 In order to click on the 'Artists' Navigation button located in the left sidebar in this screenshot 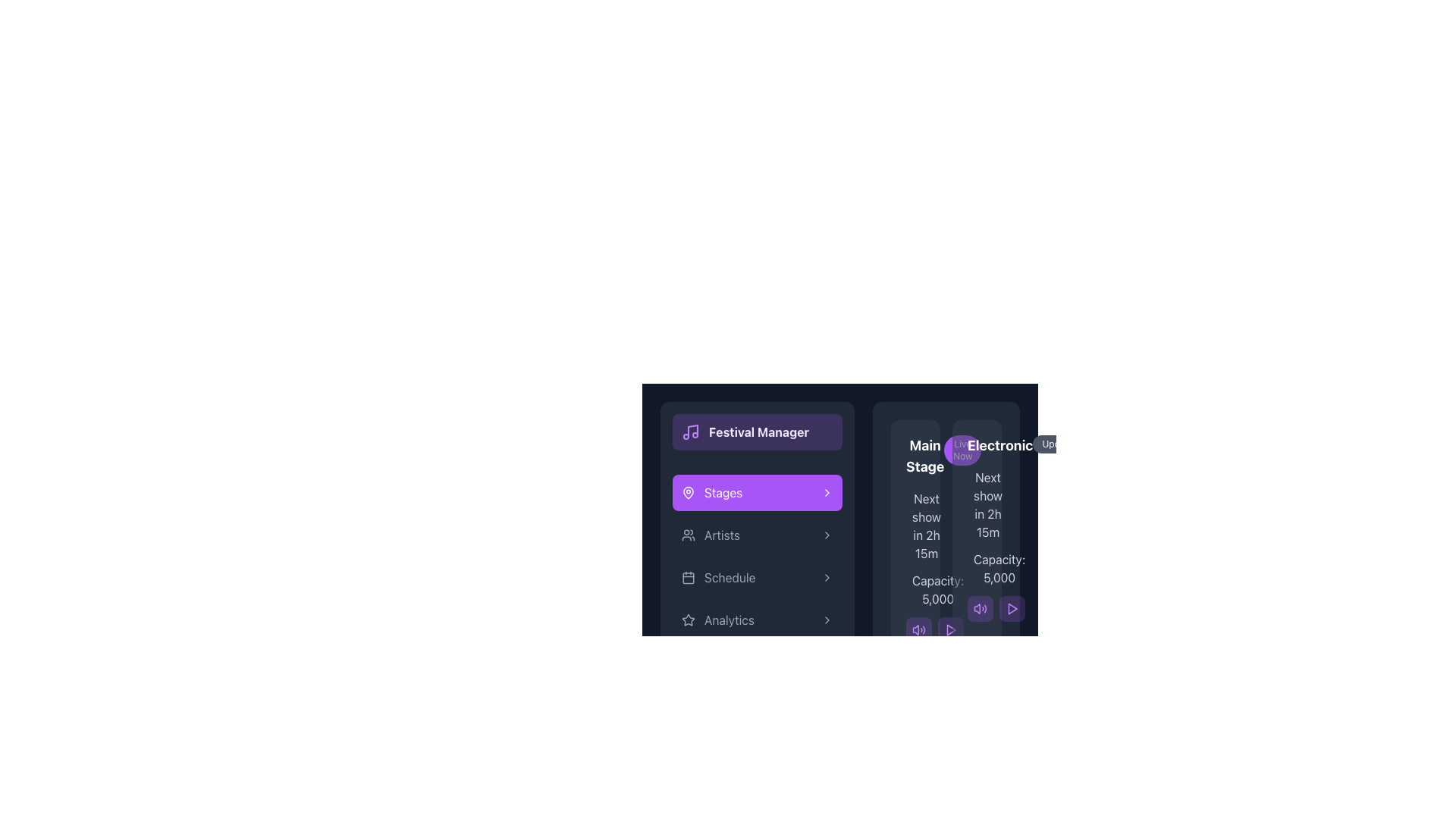, I will do `click(757, 534)`.